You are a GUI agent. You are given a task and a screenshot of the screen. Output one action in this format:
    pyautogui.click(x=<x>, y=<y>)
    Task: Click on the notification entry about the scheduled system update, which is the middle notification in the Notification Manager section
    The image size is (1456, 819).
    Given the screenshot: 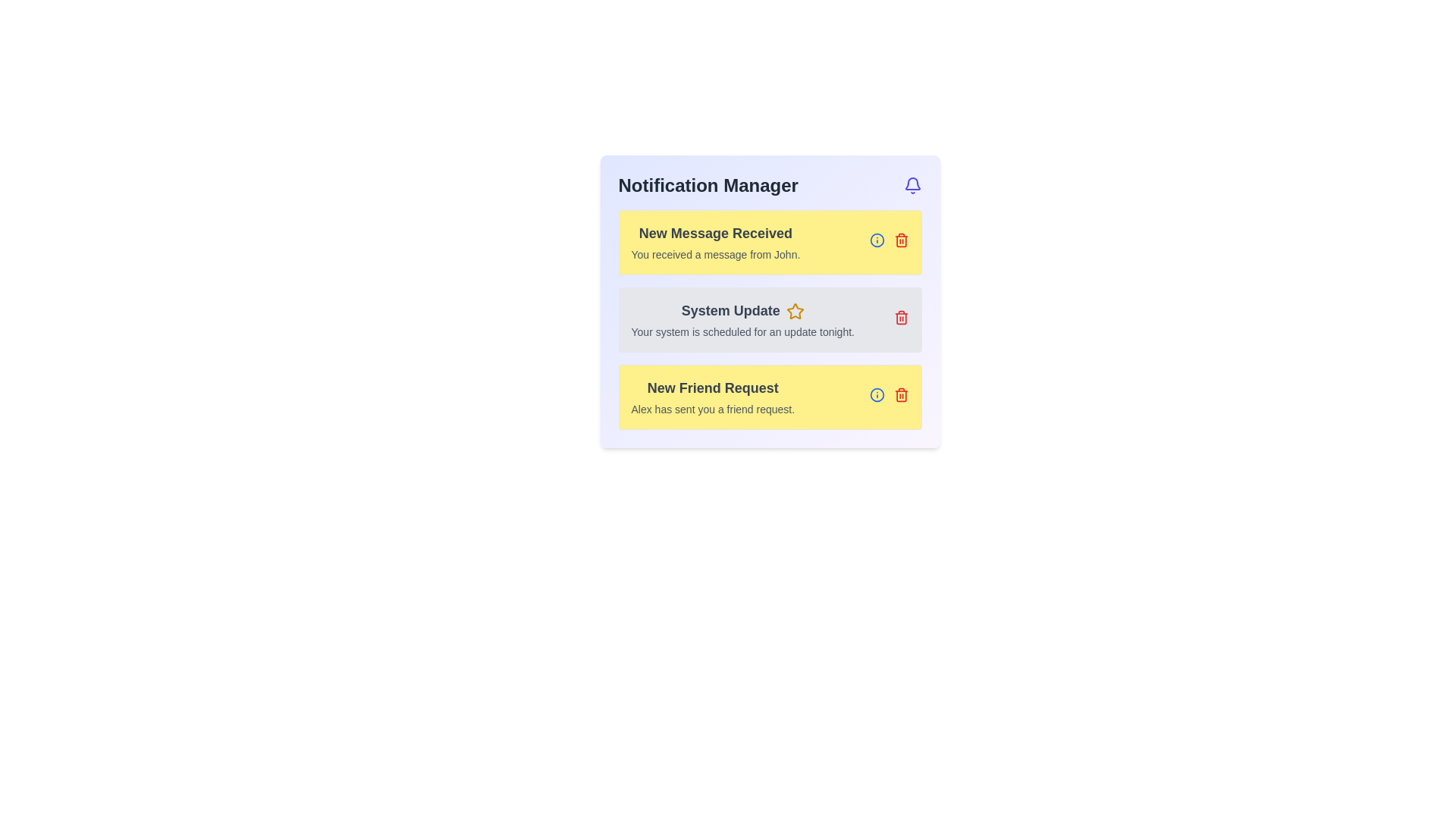 What is the action you would take?
    pyautogui.click(x=770, y=318)
    